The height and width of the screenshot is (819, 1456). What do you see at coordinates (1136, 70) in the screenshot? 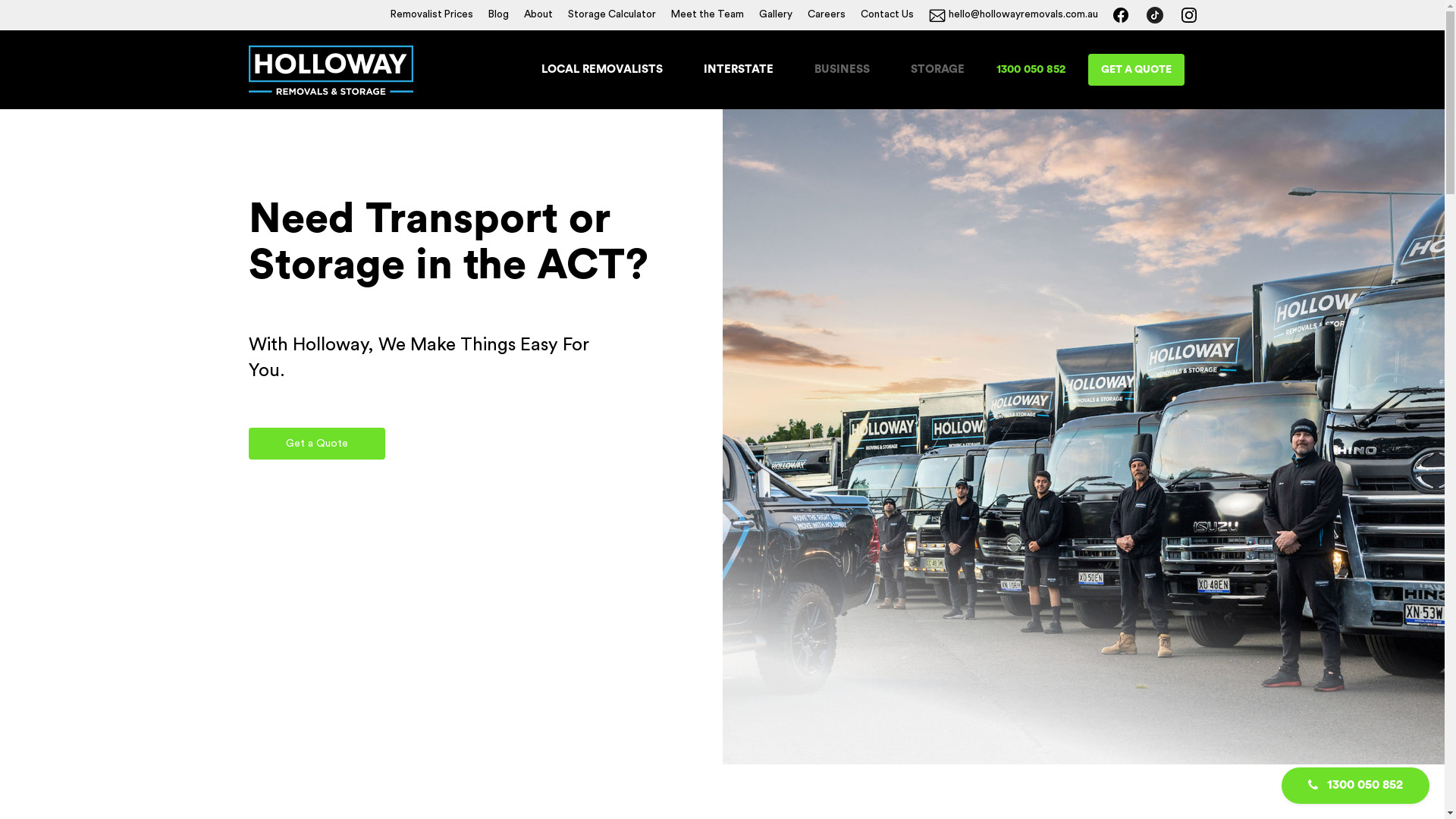
I see `'GET A QUOTE'` at bounding box center [1136, 70].